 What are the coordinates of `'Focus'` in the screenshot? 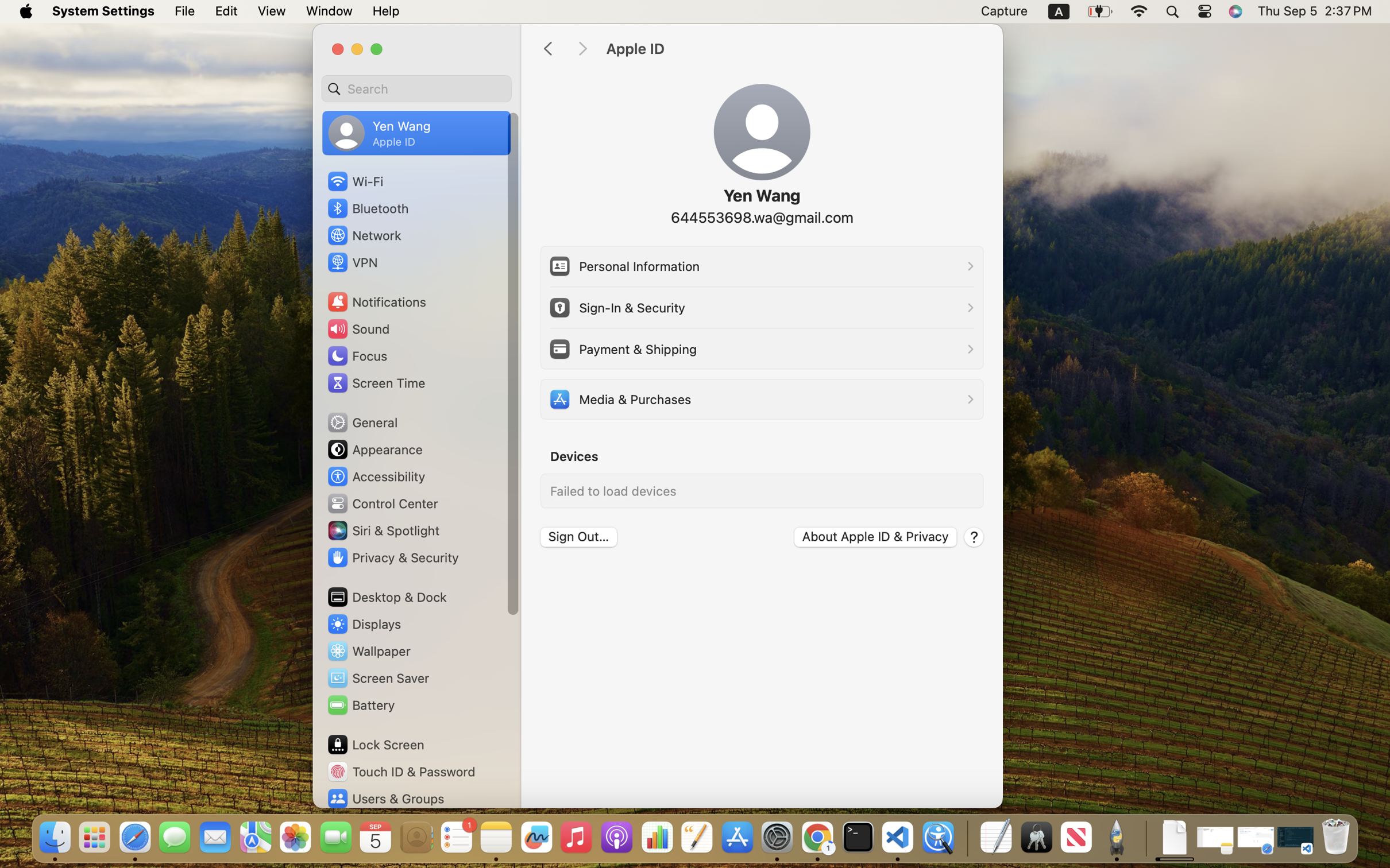 It's located at (357, 355).